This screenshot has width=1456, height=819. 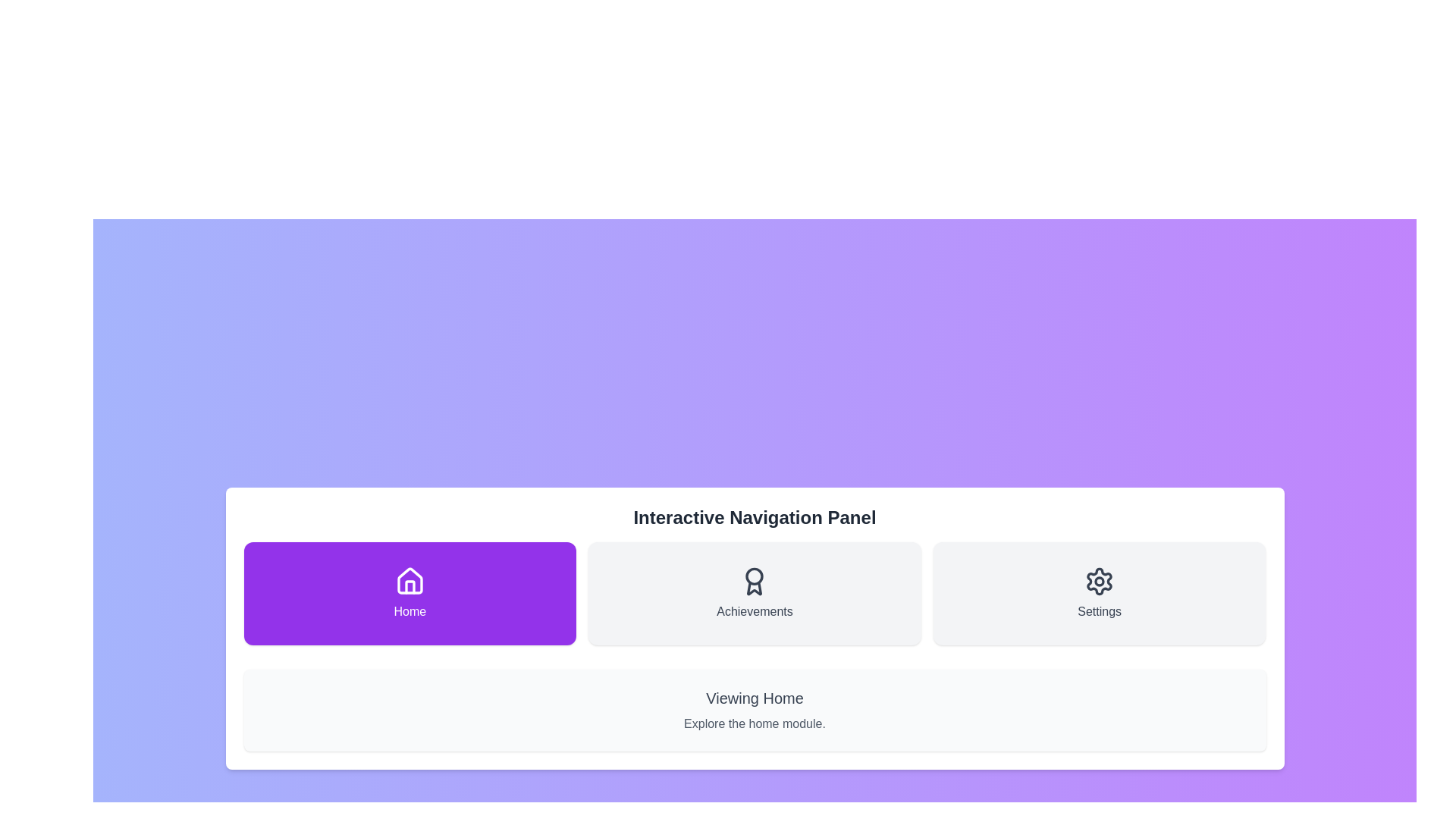 I want to click on the purple button labeled 'Home' with a house icon, so click(x=409, y=593).